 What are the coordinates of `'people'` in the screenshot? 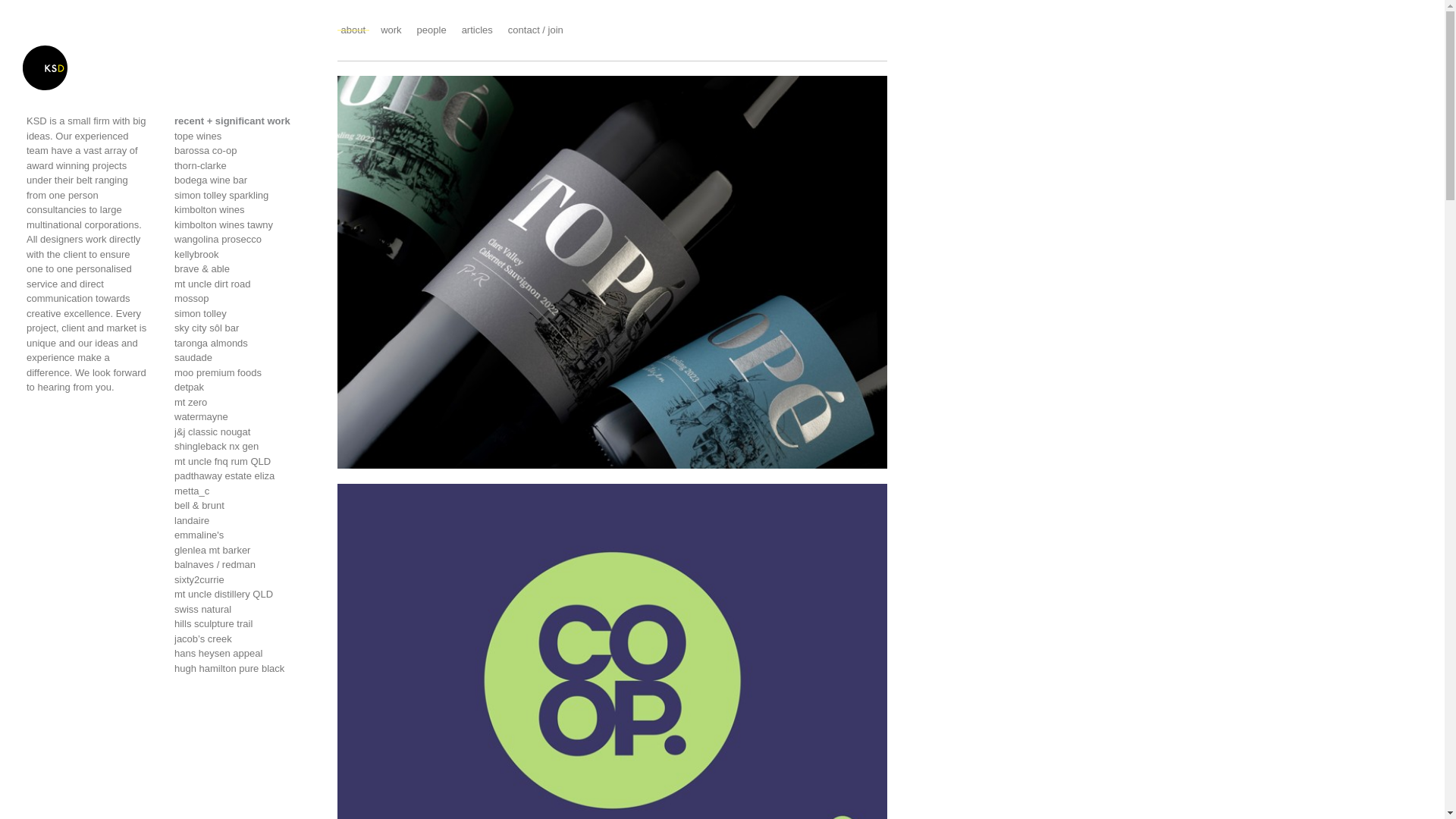 It's located at (431, 30).